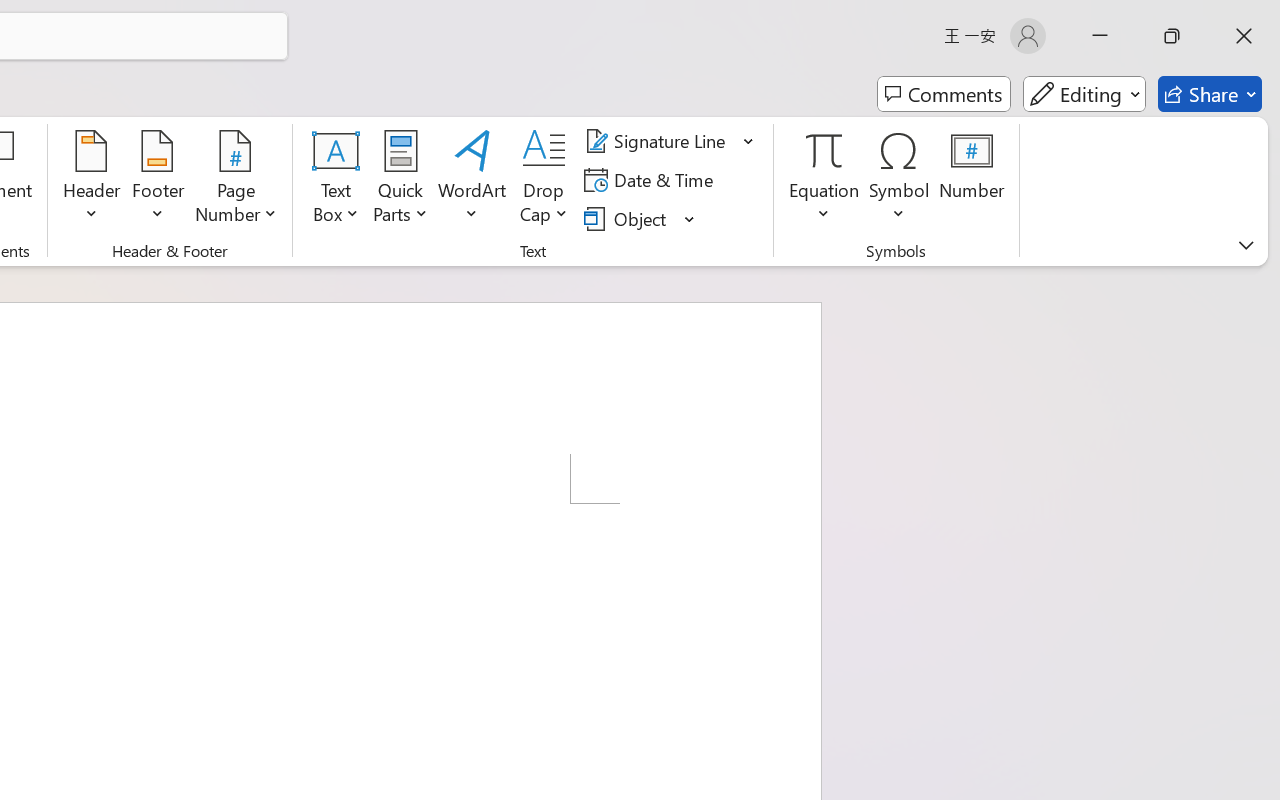 The height and width of the screenshot is (800, 1280). I want to click on 'Header', so click(91, 179).